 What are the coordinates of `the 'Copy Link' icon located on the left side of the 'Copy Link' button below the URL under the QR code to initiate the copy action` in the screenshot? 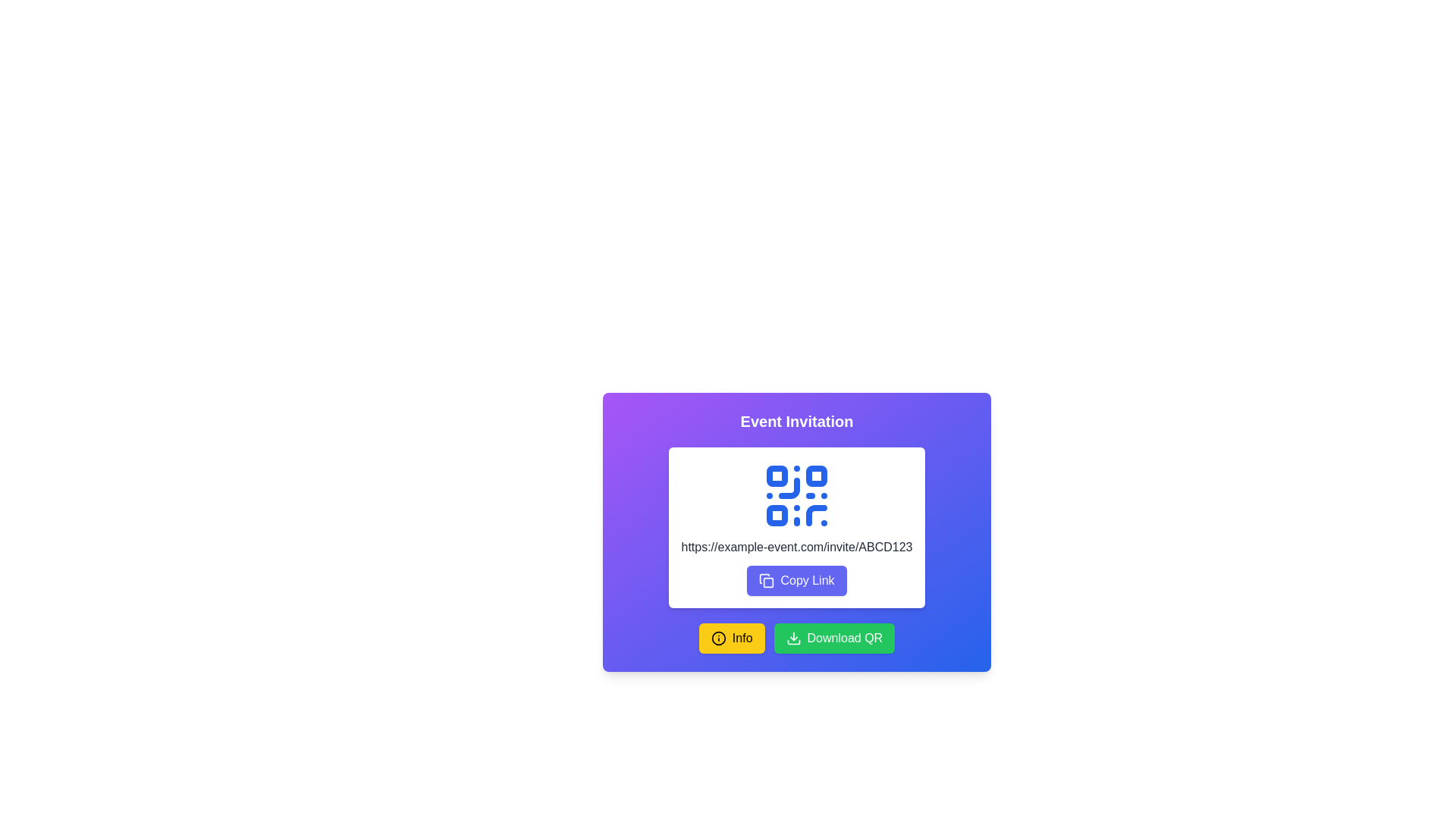 It's located at (767, 580).